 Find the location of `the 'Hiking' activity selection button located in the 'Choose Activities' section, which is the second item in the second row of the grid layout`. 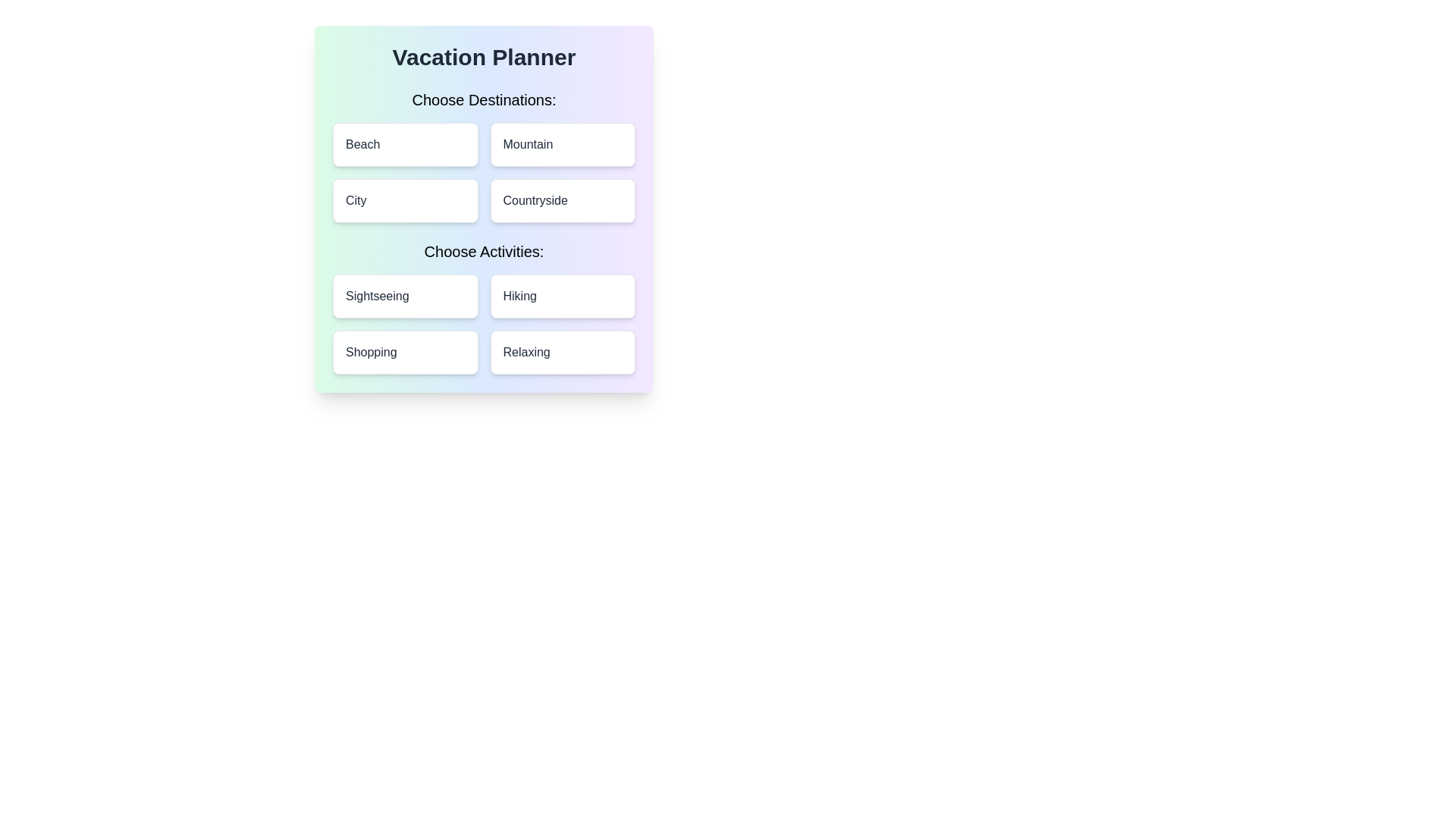

the 'Hiking' activity selection button located in the 'Choose Activities' section, which is the second item in the second row of the grid layout is located at coordinates (562, 296).